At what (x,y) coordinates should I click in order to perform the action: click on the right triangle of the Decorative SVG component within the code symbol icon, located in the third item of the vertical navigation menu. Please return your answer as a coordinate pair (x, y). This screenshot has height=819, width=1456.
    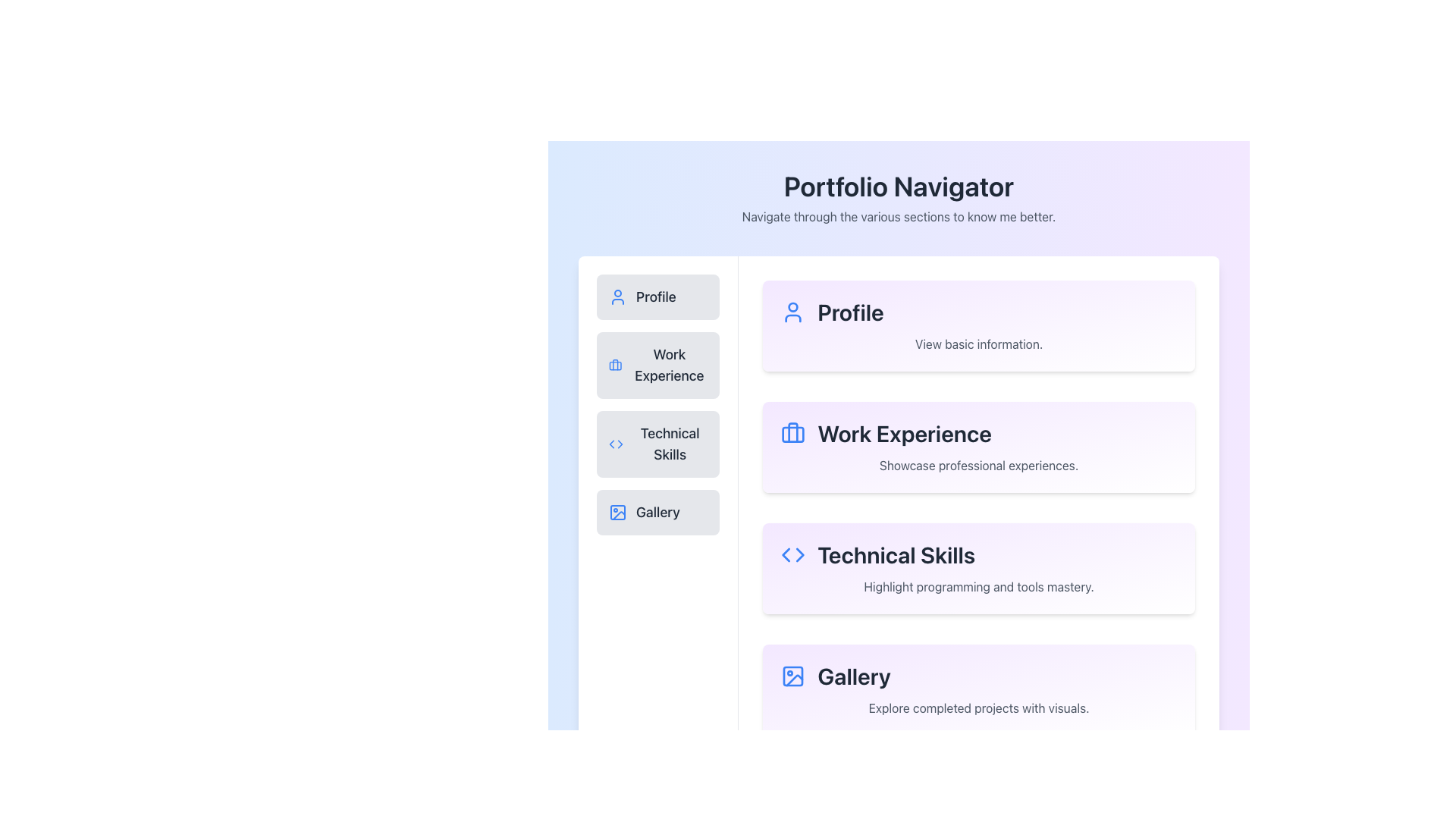
    Looking at the image, I should click on (620, 444).